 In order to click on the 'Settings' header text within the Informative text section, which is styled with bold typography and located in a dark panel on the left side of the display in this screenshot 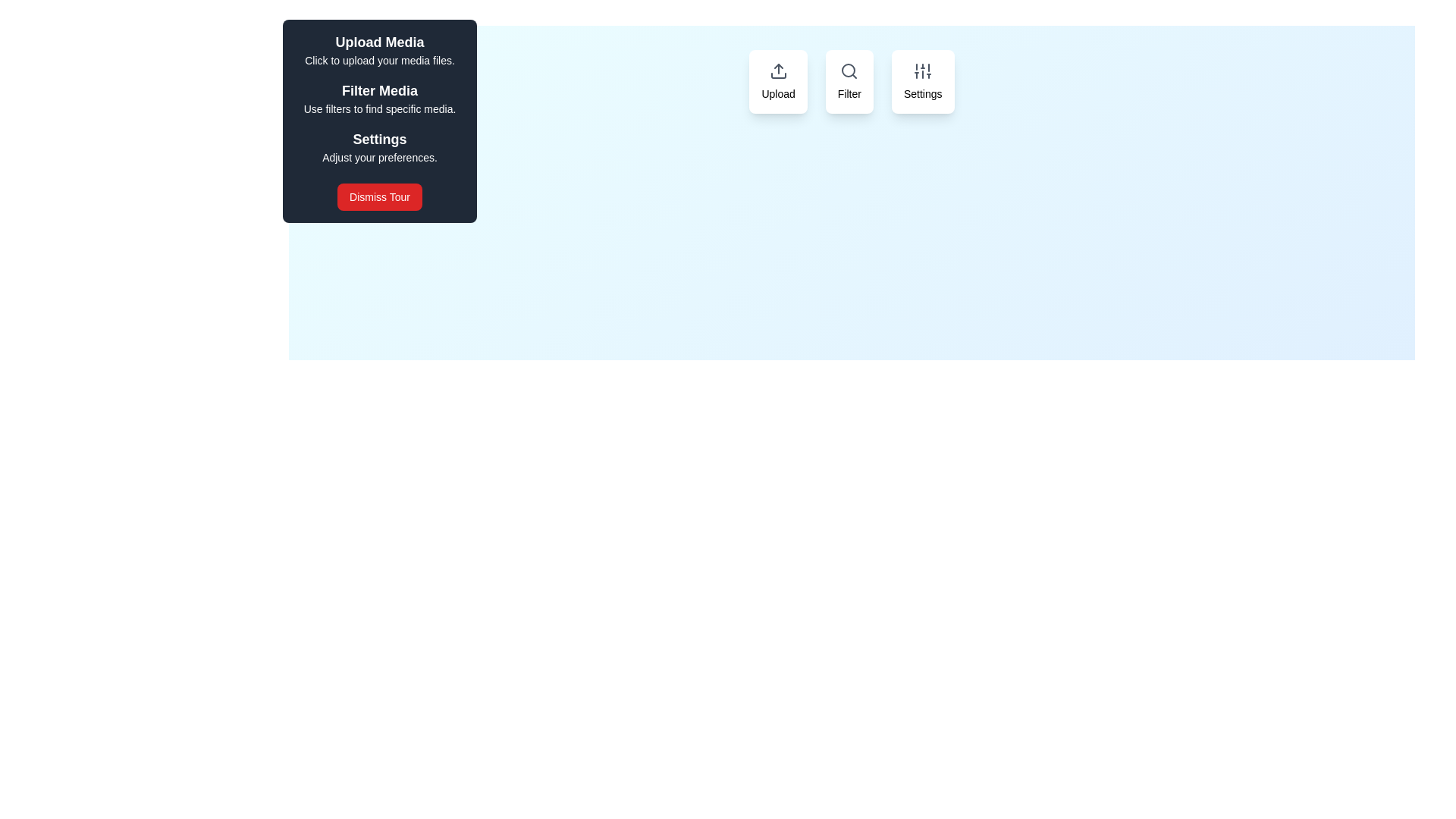, I will do `click(379, 146)`.